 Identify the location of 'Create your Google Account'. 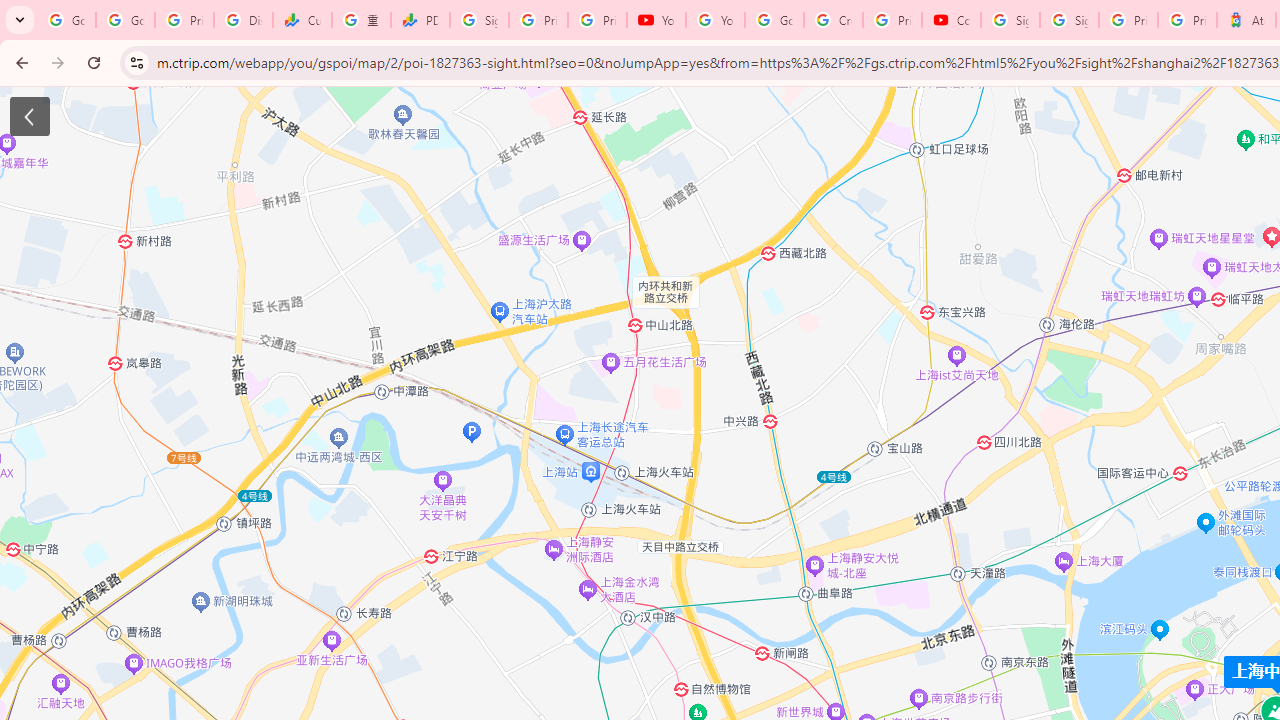
(833, 20).